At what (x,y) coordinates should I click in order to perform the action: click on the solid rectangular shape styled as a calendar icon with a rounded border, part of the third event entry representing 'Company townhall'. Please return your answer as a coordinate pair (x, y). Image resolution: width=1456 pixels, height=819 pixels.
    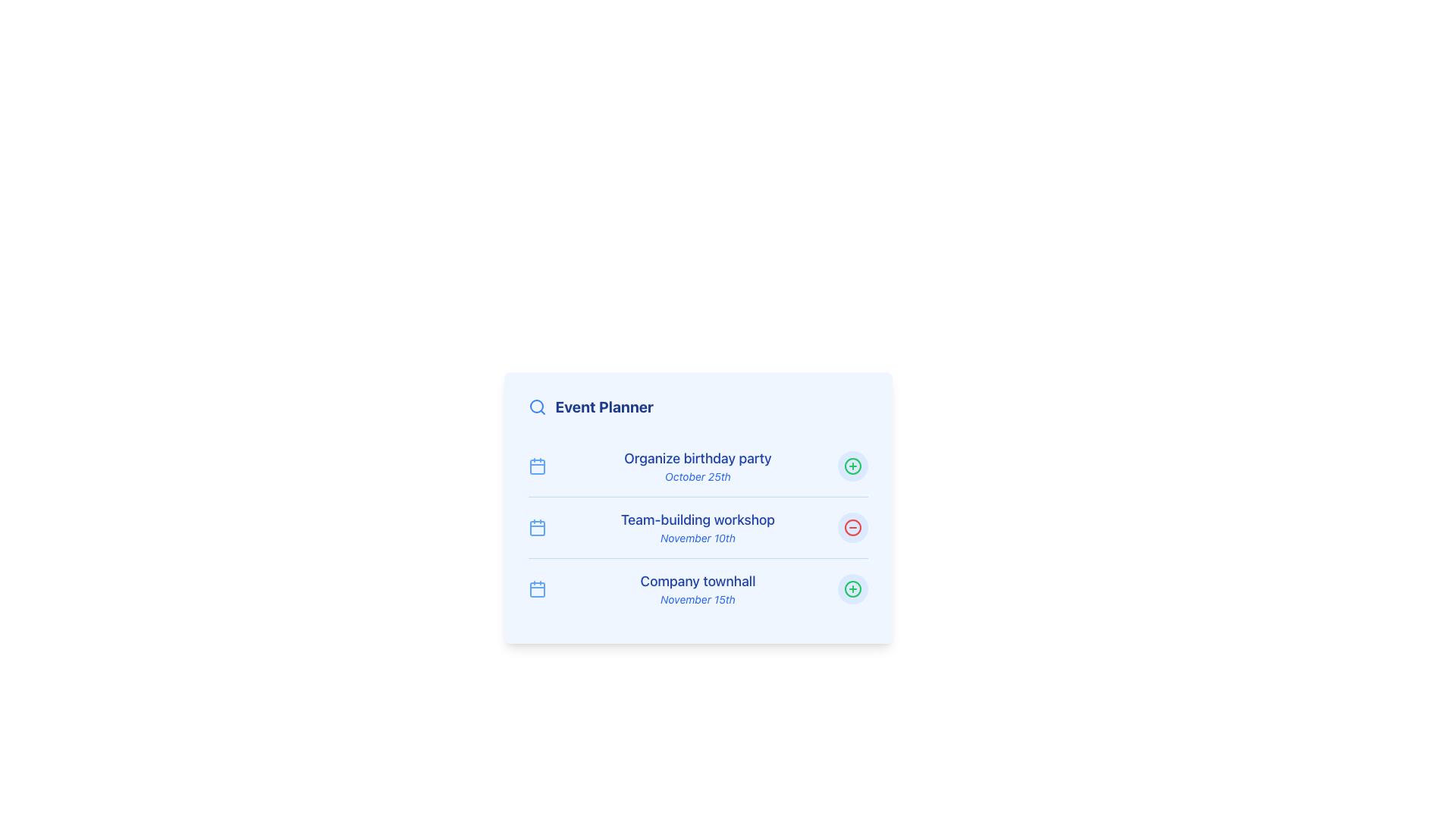
    Looking at the image, I should click on (537, 589).